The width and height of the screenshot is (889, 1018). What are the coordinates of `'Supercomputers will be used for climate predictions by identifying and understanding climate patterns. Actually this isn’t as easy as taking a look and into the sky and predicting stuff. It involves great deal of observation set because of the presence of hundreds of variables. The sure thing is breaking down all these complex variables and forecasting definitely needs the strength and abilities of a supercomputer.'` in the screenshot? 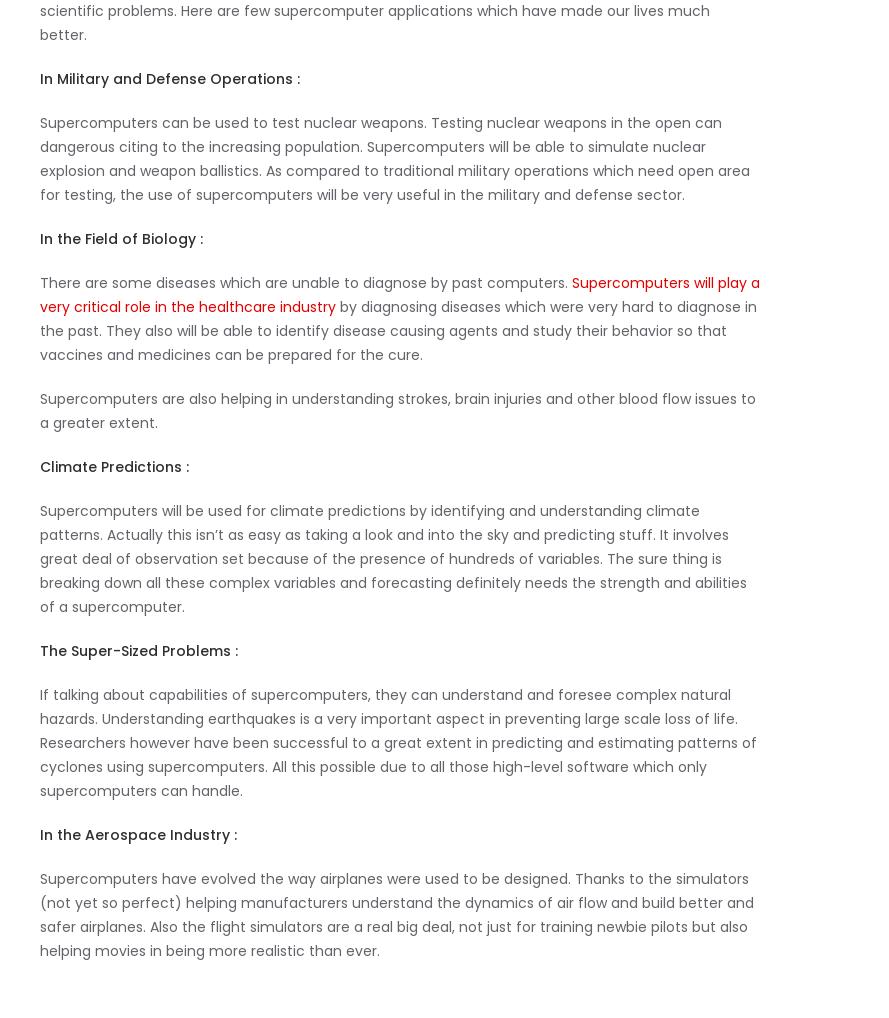 It's located at (40, 556).